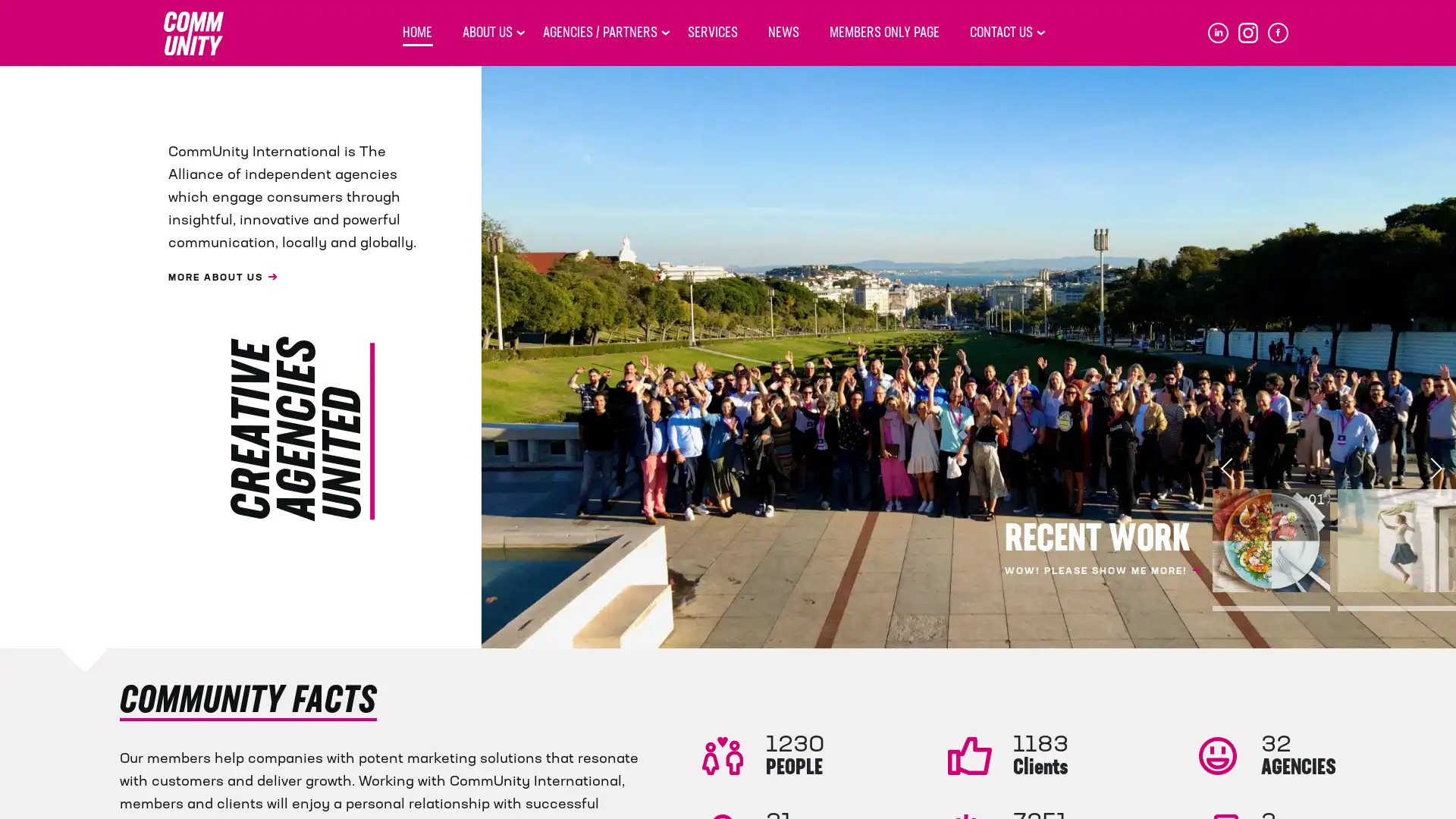 The height and width of the screenshot is (819, 1456). Describe the element at coordinates (1433, 475) in the screenshot. I see `Next slide` at that location.